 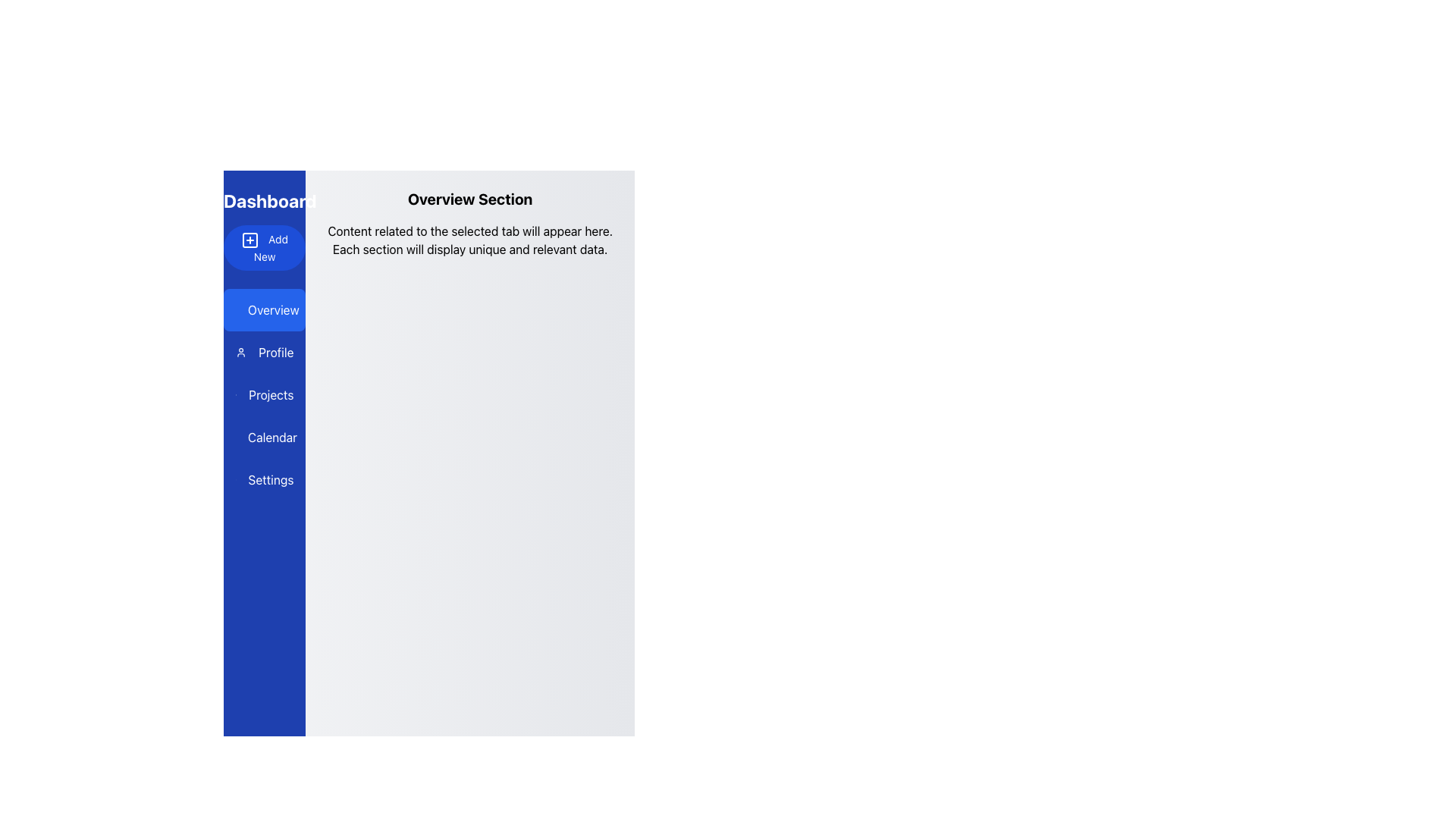 What do you see at coordinates (265, 394) in the screenshot?
I see `the 'Projects' menu item in the vertical navigation menu` at bounding box center [265, 394].